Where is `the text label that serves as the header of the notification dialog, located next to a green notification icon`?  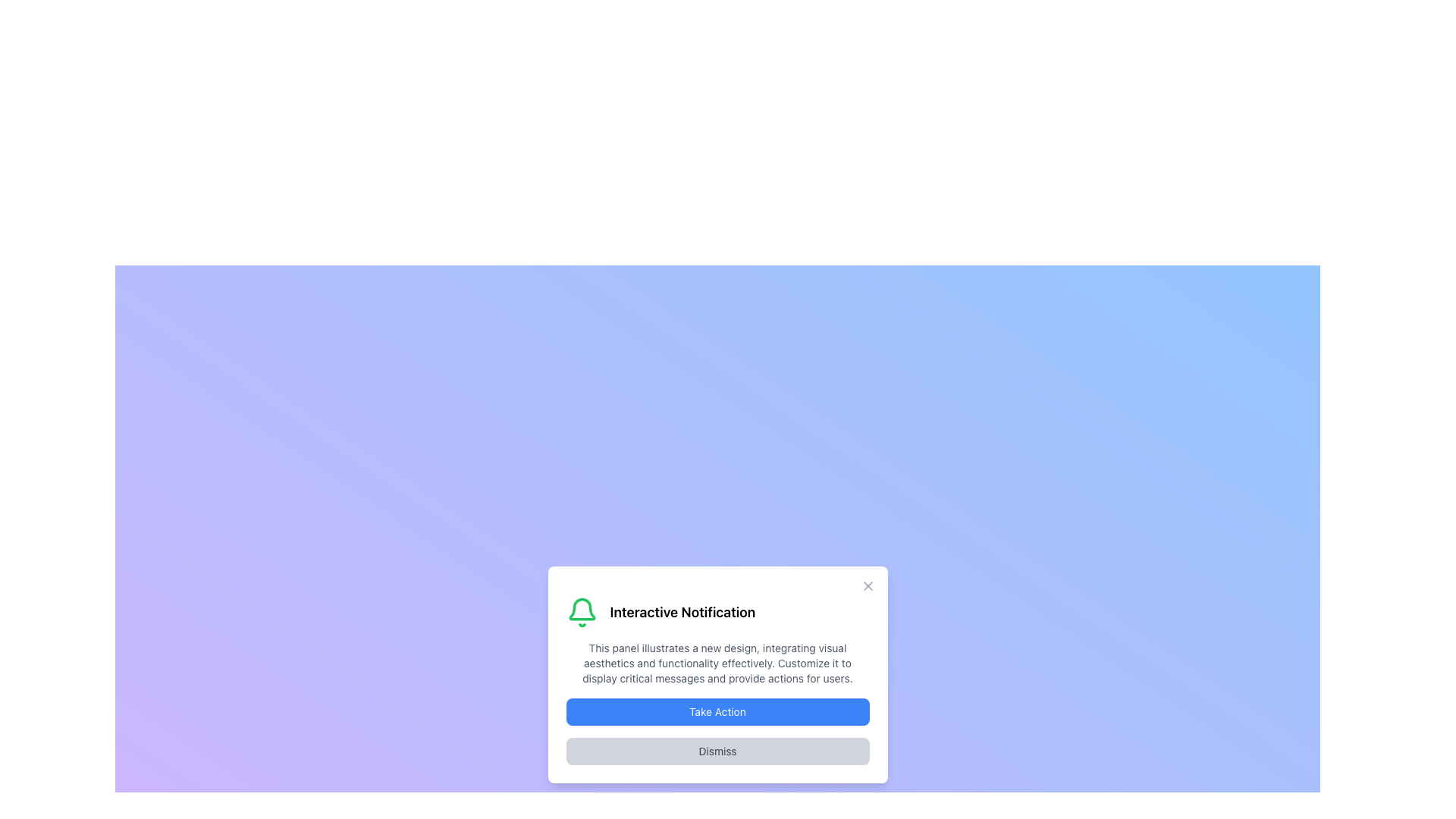
the text label that serves as the header of the notification dialog, located next to a green notification icon is located at coordinates (682, 611).